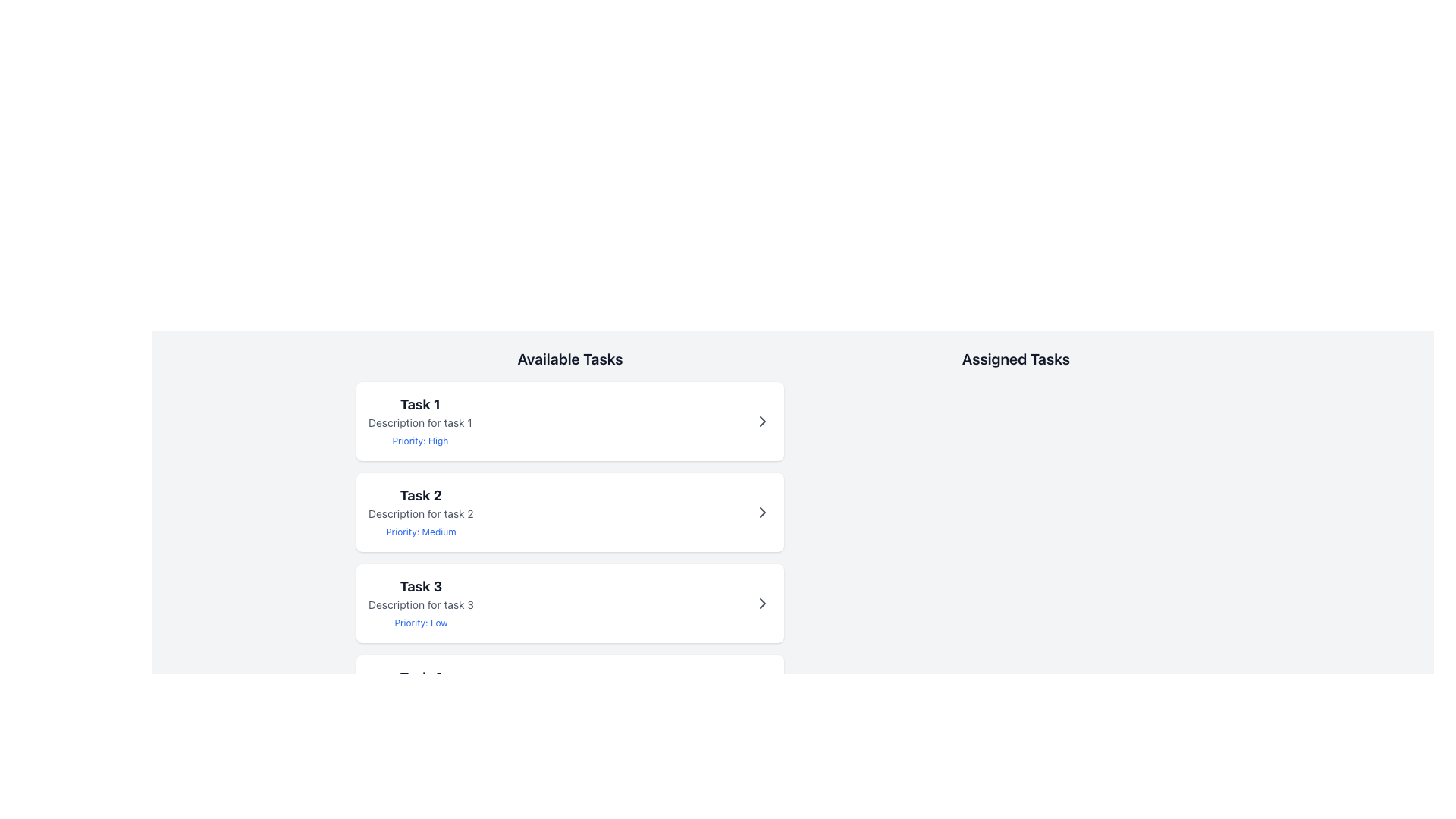  What do you see at coordinates (763, 512) in the screenshot?
I see `the chevron SVG icon representing Task 2 in the 'Available Tasks' column to check for any appearance change` at bounding box center [763, 512].